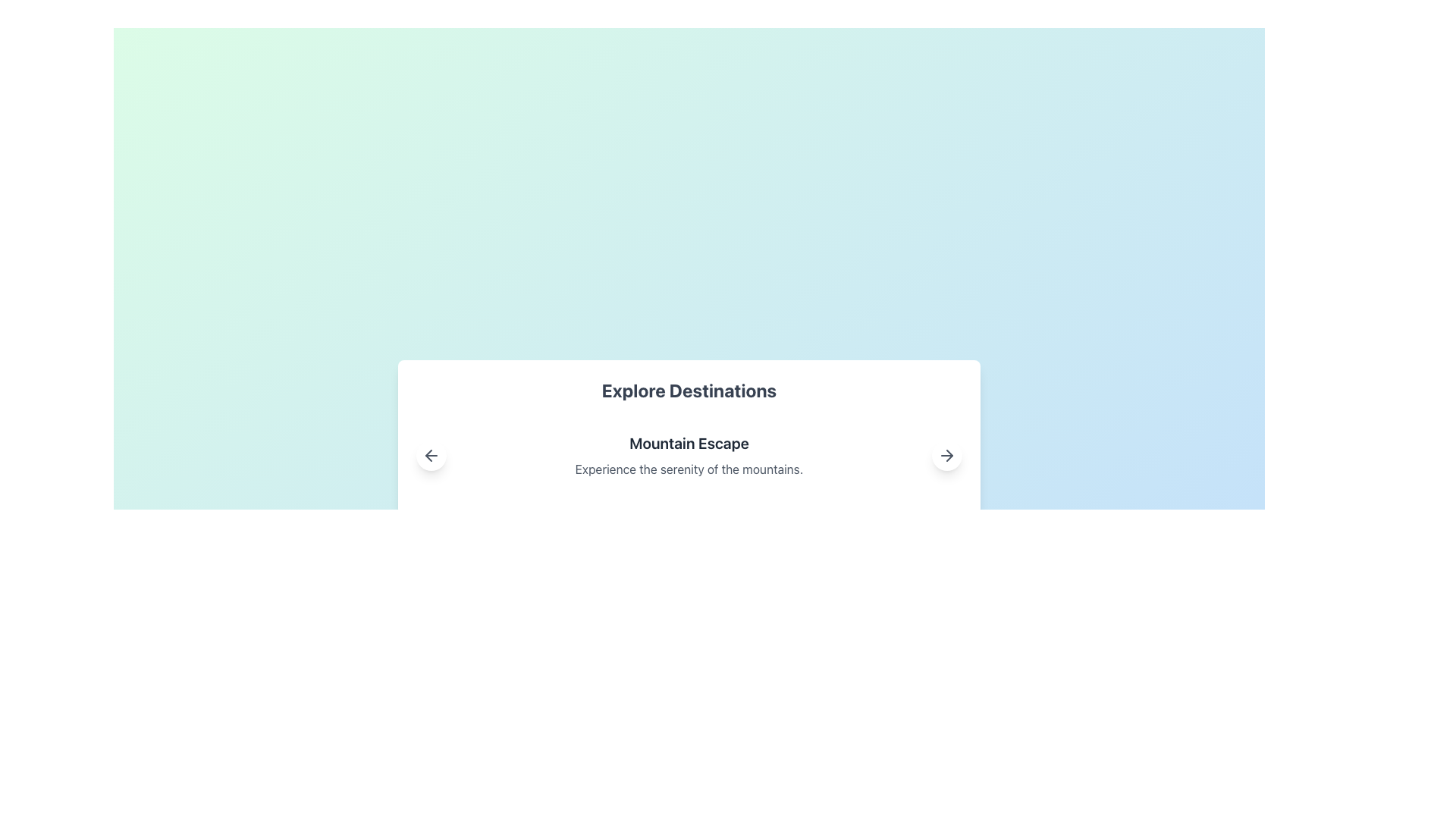 The image size is (1456, 819). I want to click on the leftward-pointing arrow icon located in the top-left corner of the card element labeled 'Mountain Escape.', so click(428, 455).